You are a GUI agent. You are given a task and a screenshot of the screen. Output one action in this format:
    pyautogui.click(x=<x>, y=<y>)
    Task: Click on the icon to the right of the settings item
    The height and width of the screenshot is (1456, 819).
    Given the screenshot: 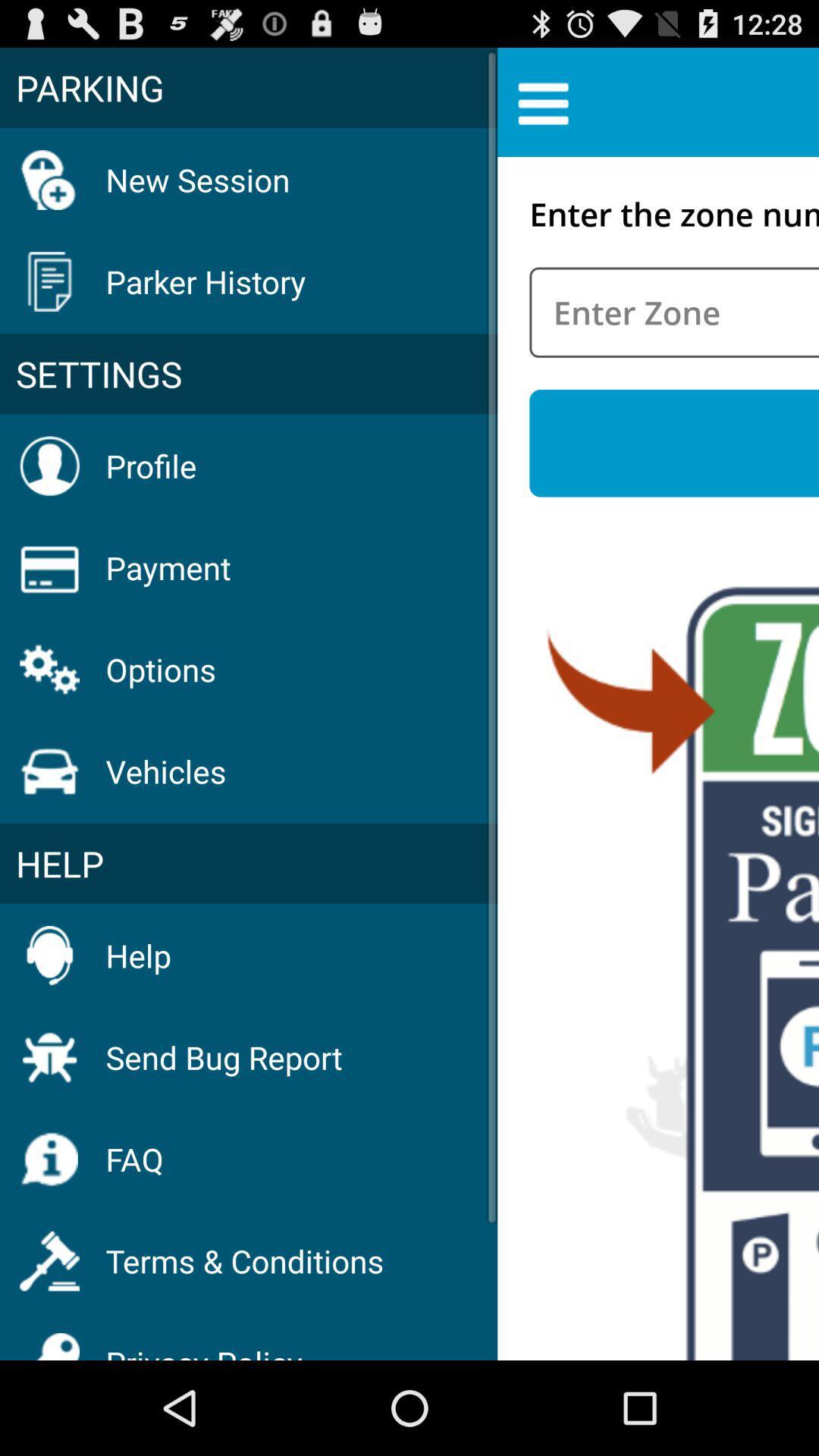 What is the action you would take?
    pyautogui.click(x=673, y=442)
    